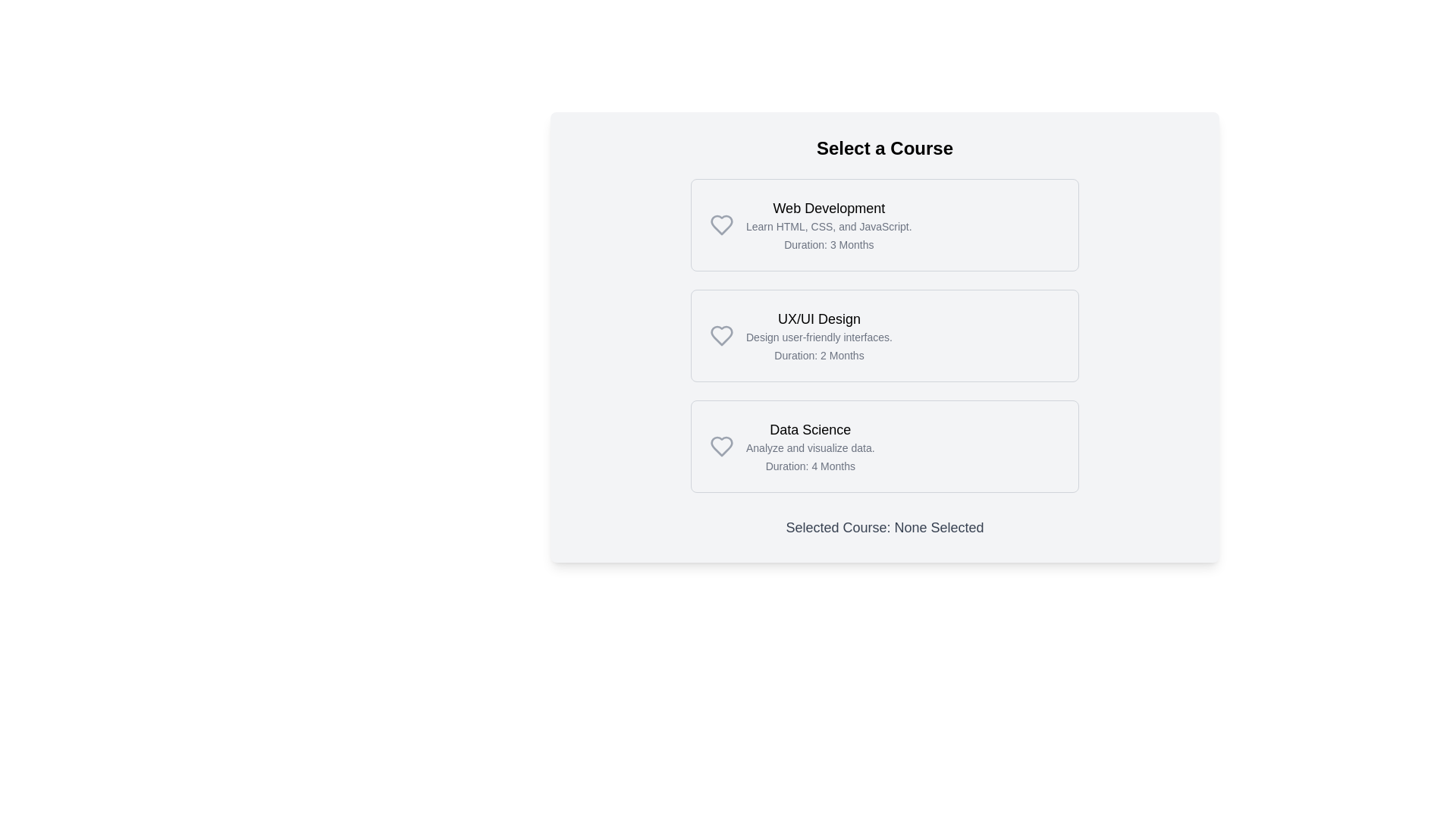  Describe the element at coordinates (884, 335) in the screenshot. I see `the selectable cards in the course list` at that location.